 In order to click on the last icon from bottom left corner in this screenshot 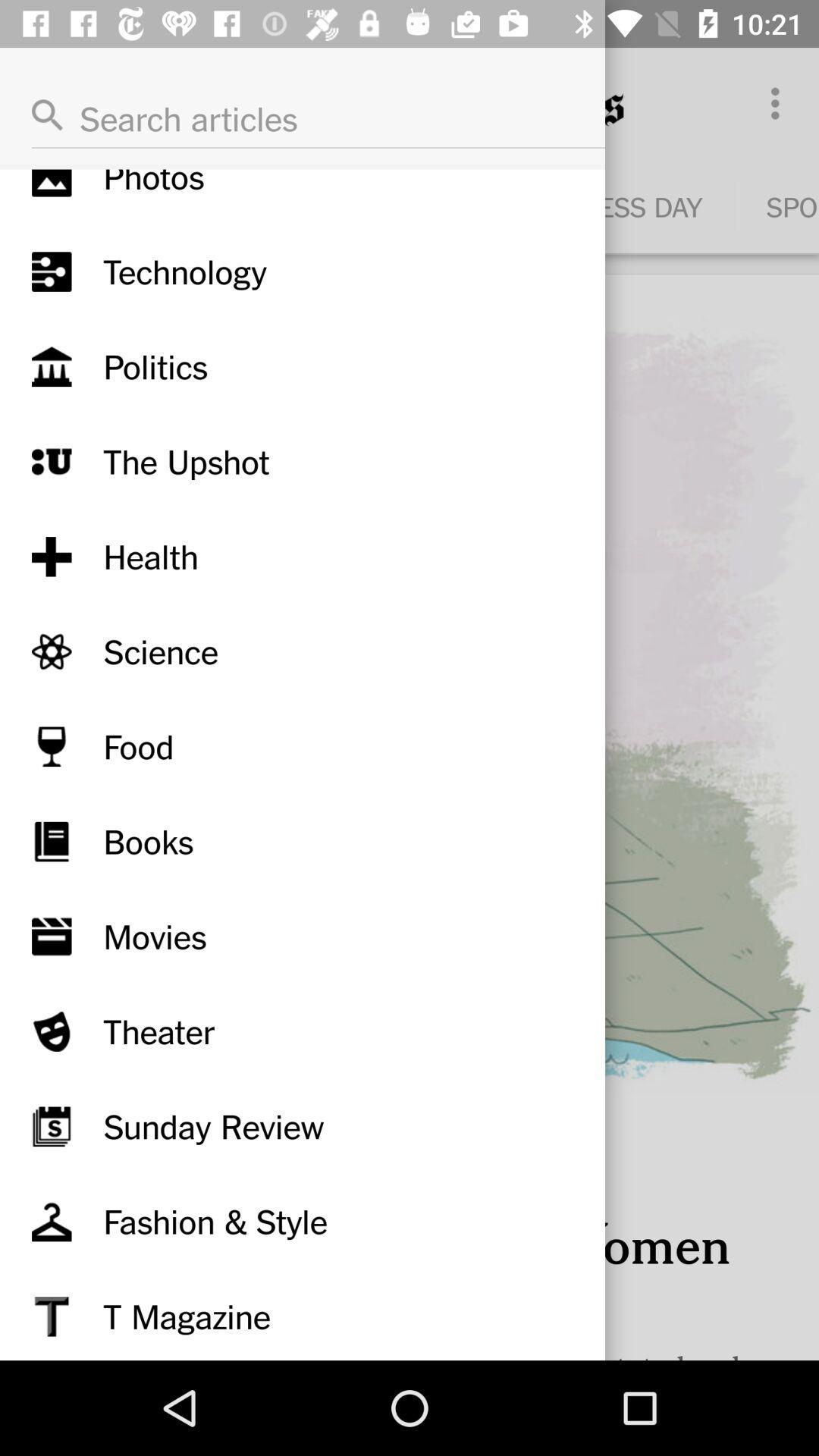, I will do `click(51, 1316)`.